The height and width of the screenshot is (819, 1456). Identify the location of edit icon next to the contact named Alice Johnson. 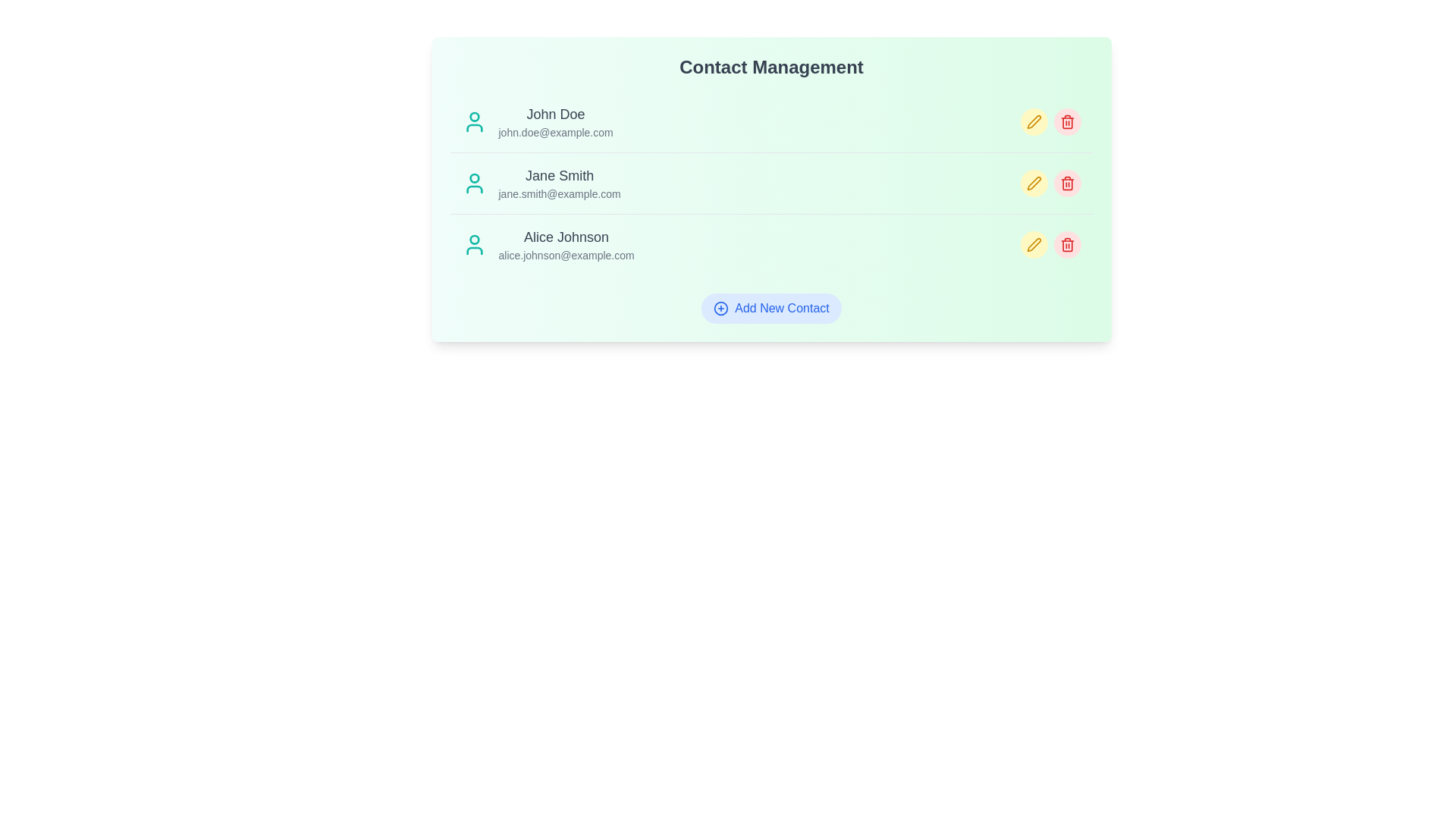
(1033, 244).